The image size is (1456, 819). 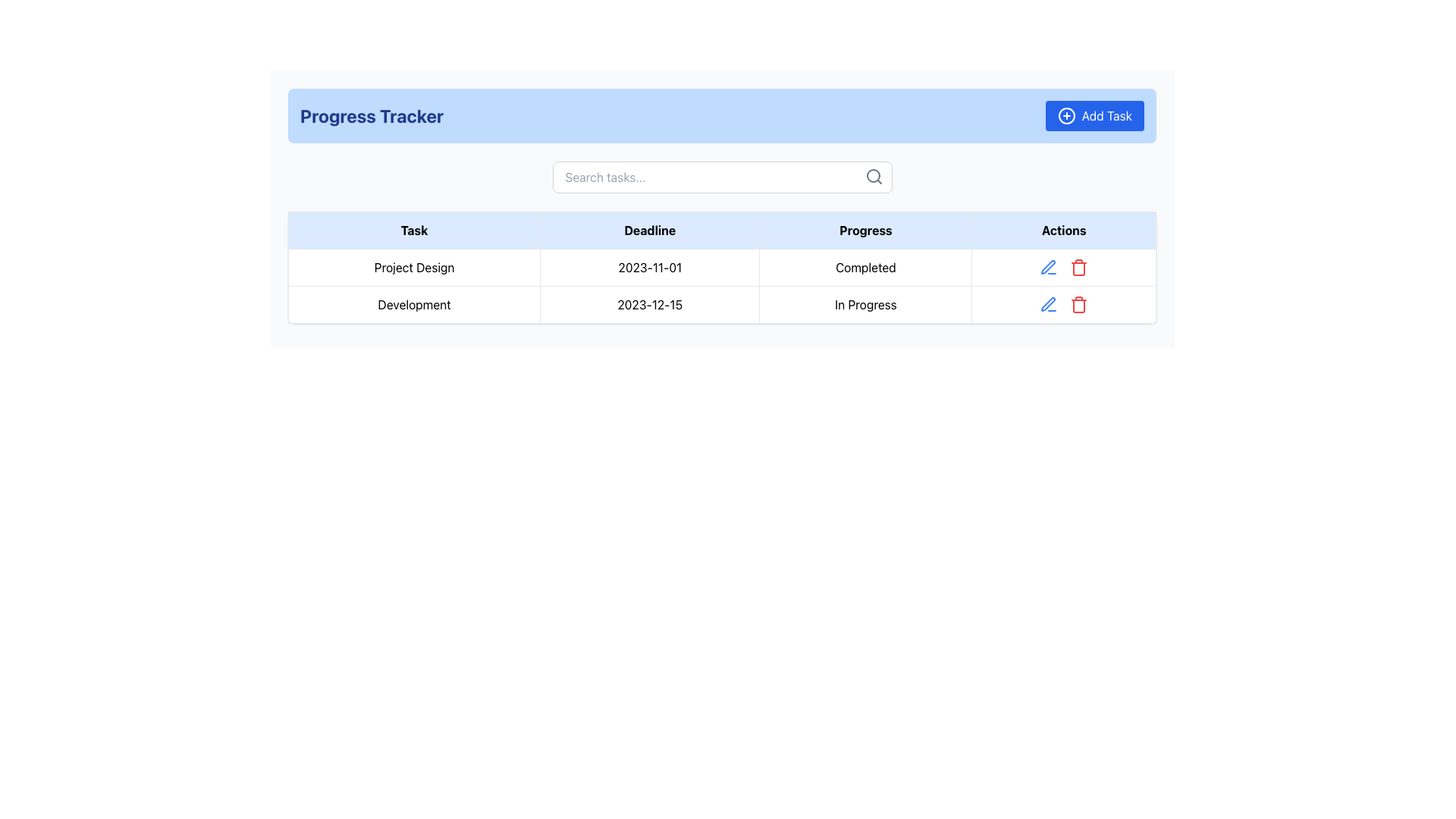 I want to click on displayed deadline date for the 'Development' task in the 'Progress Tracker' table, located in the second row under the 'Deadline' column, so click(x=650, y=304).